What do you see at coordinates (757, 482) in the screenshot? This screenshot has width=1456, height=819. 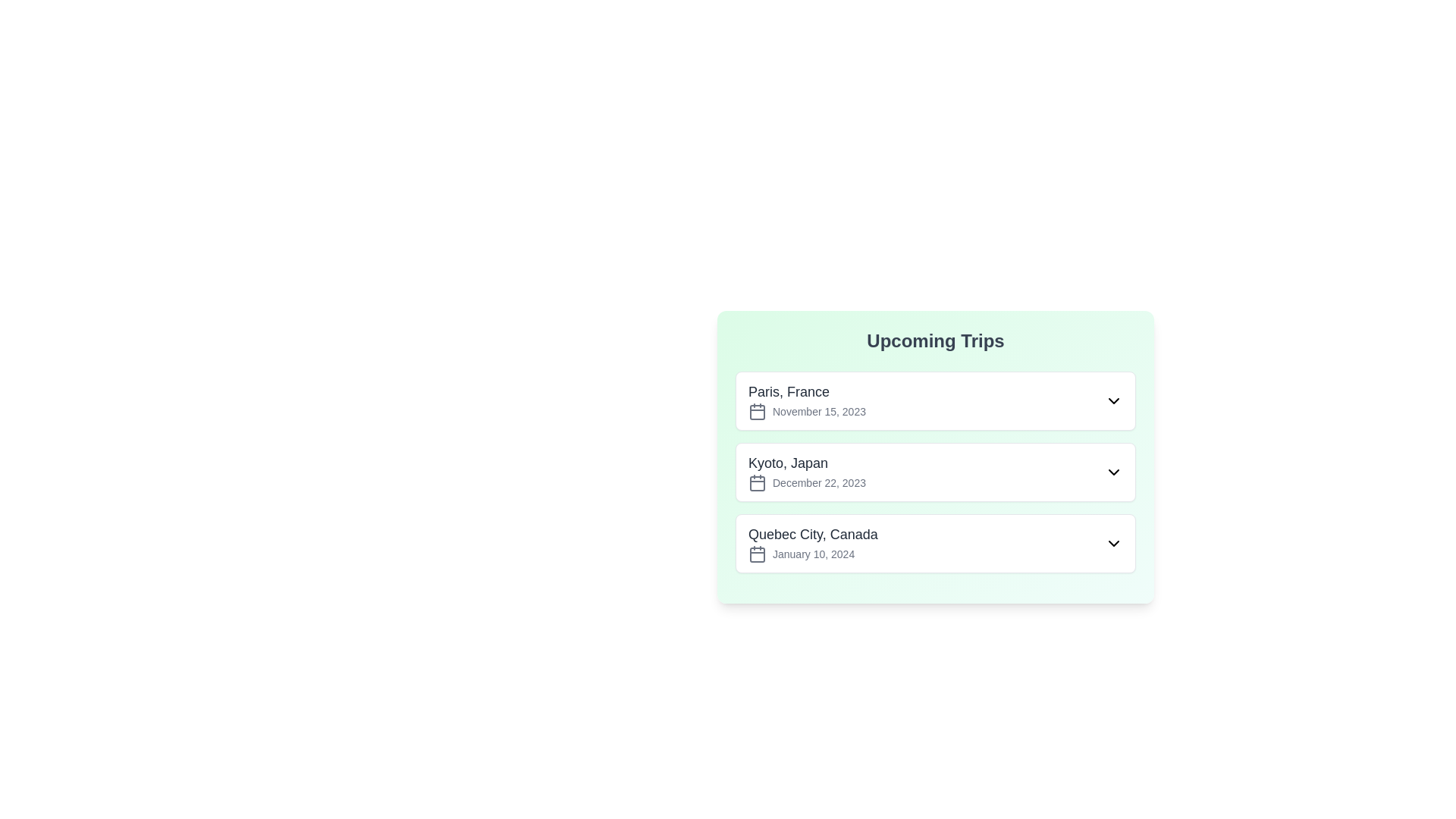 I see `the icon associated with the date 'December 22, 2023', located slightly to the left of the date text in the 'Upcoming Trips' list` at bounding box center [757, 482].